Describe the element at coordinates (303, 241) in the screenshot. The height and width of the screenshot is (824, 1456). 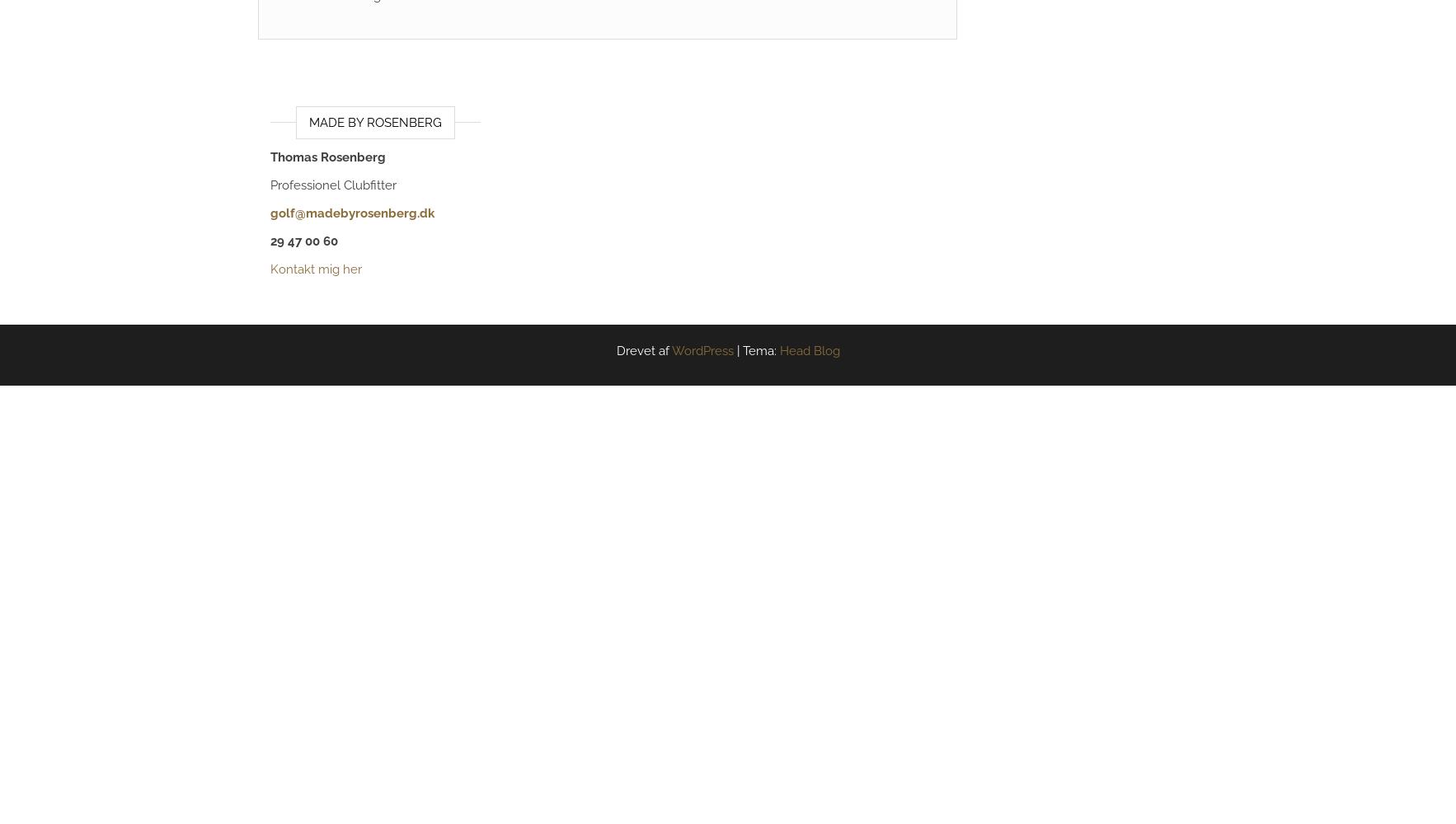
I see `'29 47 00 60'` at that location.